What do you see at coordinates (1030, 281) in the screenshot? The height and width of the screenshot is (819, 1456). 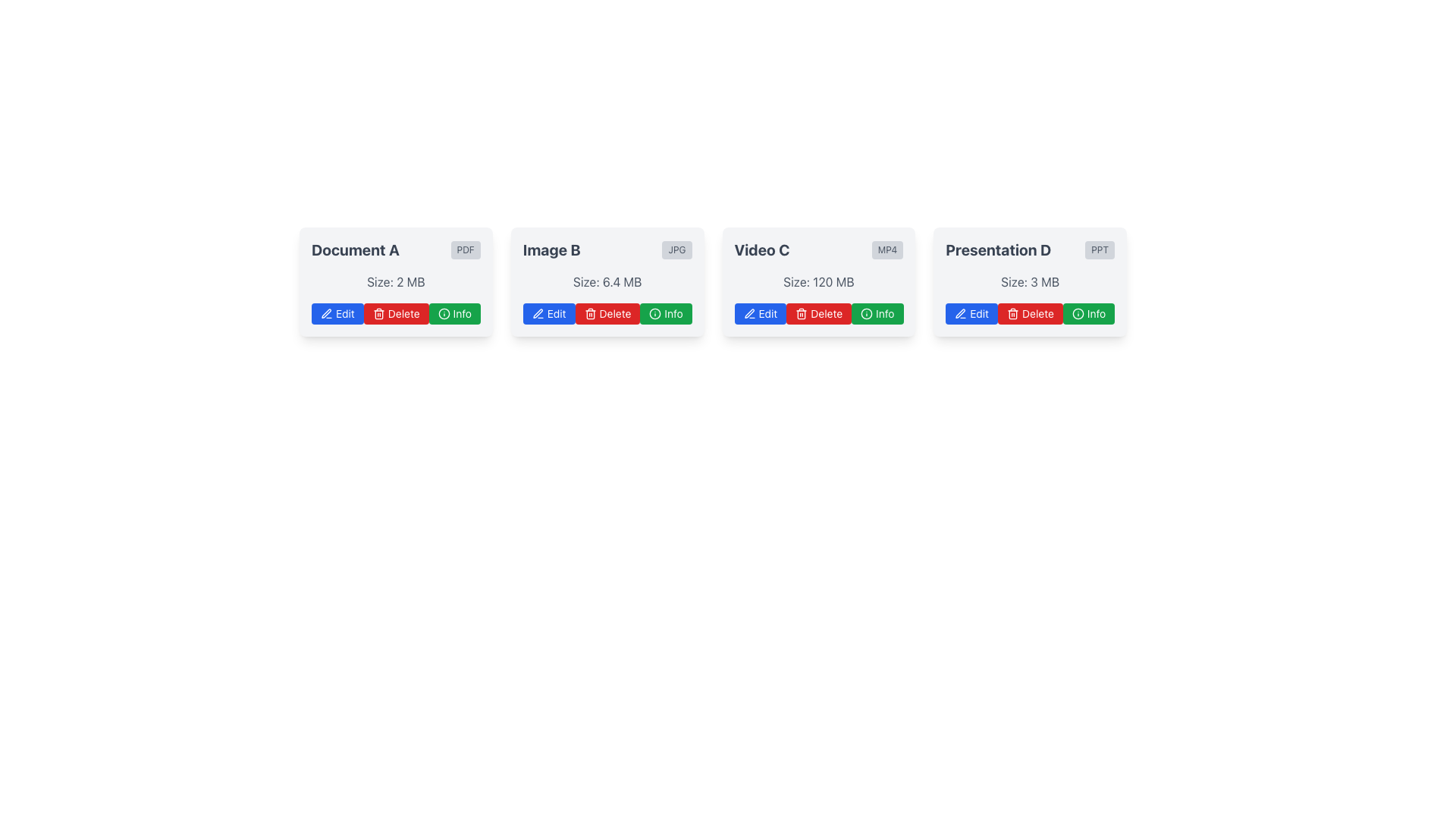 I see `the text label displaying 'Size: 3 MB' located in the fourth card labeled 'Presentation D', positioned below the title area and above the action buttons` at bounding box center [1030, 281].